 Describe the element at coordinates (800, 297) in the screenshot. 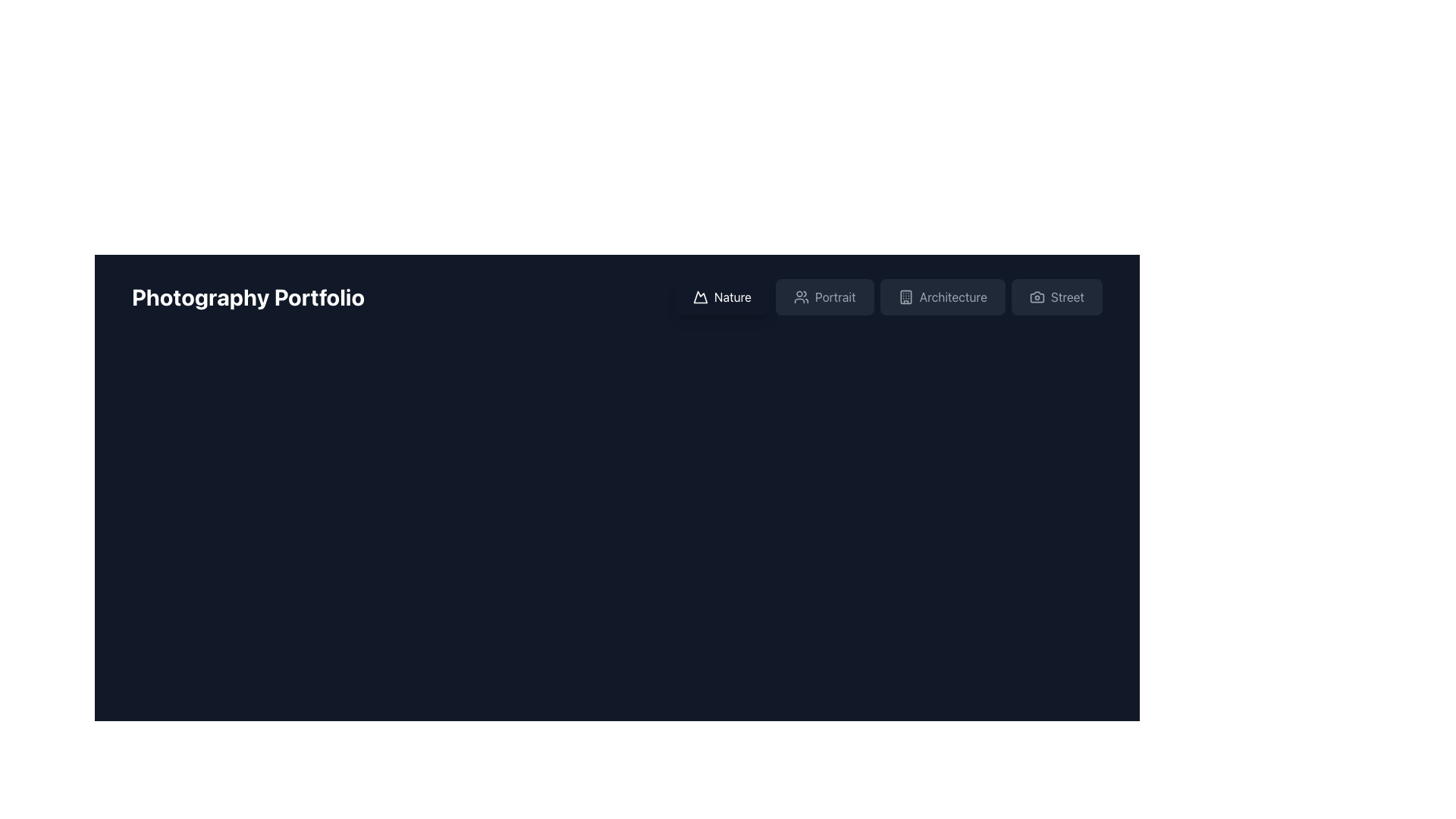

I see `the graphical icon depicting a group of people, which is located at the center-left of the 'Portrait' button in the toolbar` at that location.